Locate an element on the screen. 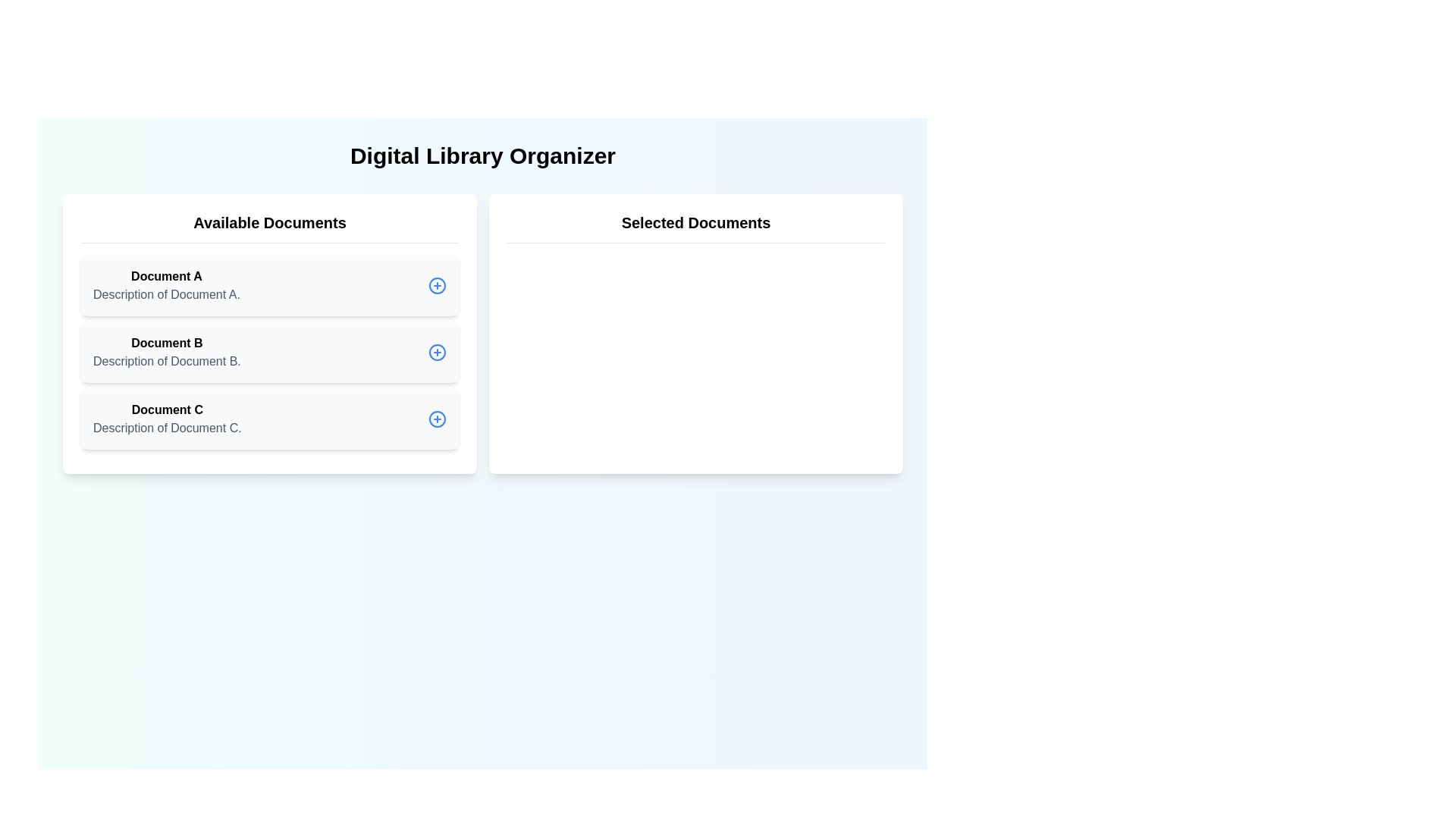 The height and width of the screenshot is (819, 1456). the Text Block titled 'Document A', which contains a subtitle 'Description of Document A.' located in the 'Available Documents' section as the first entry is located at coordinates (167, 286).